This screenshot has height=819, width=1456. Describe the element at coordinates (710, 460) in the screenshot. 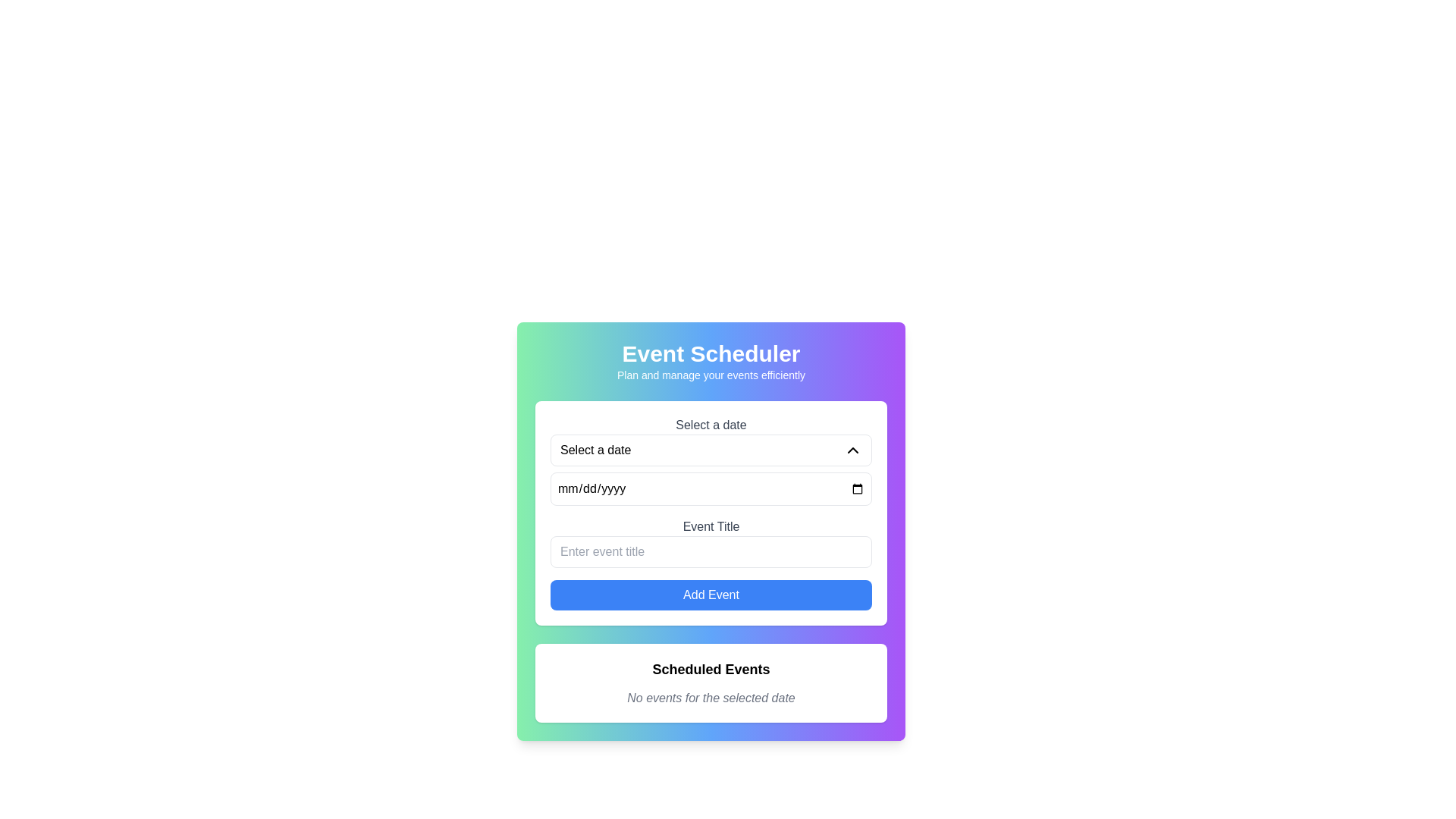

I see `the date selection input field in the 'Event Scheduler' card to focus on it` at that location.